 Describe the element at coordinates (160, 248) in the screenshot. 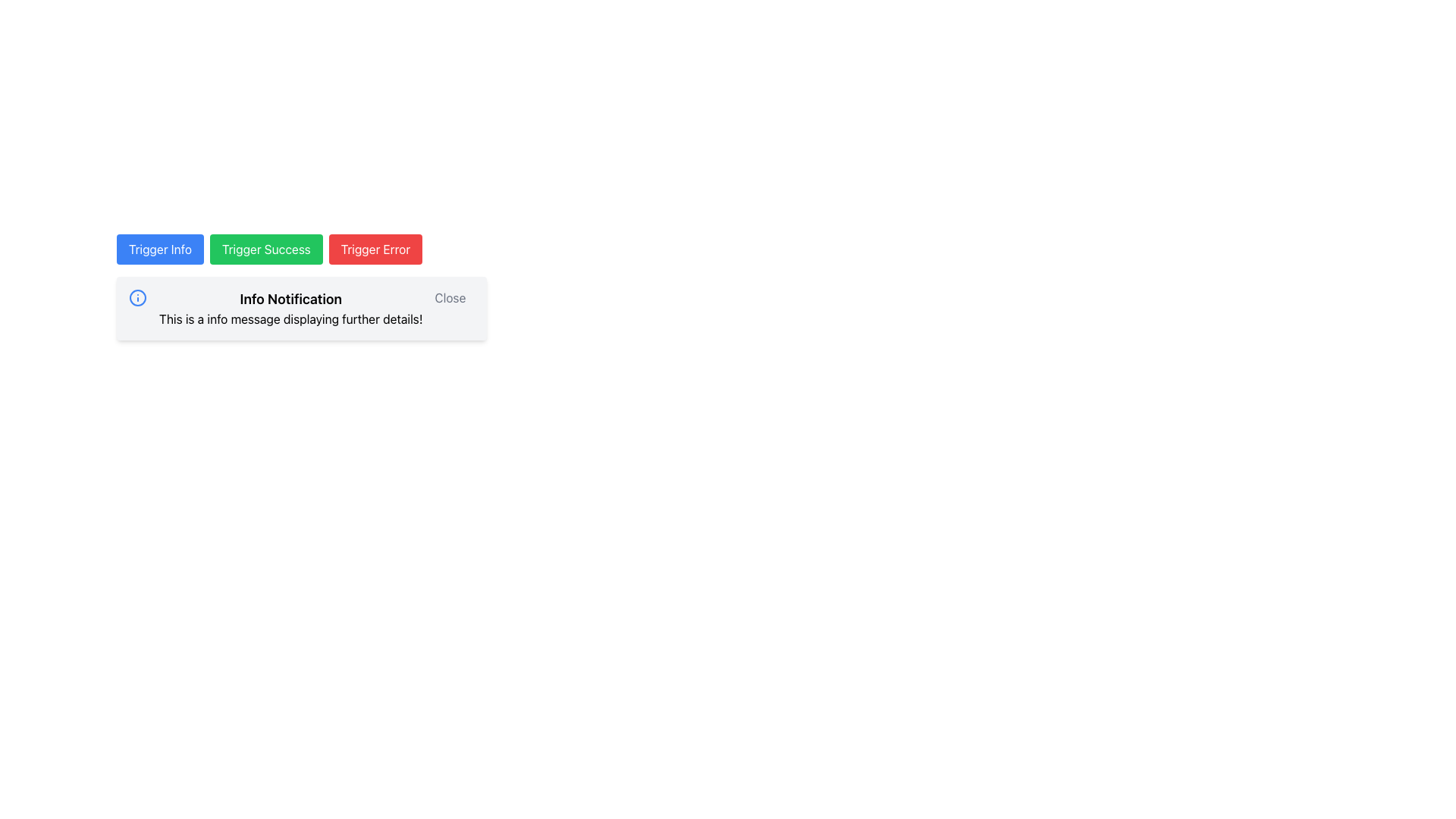

I see `the first button in the horizontal row that triggers an informational notification` at that location.